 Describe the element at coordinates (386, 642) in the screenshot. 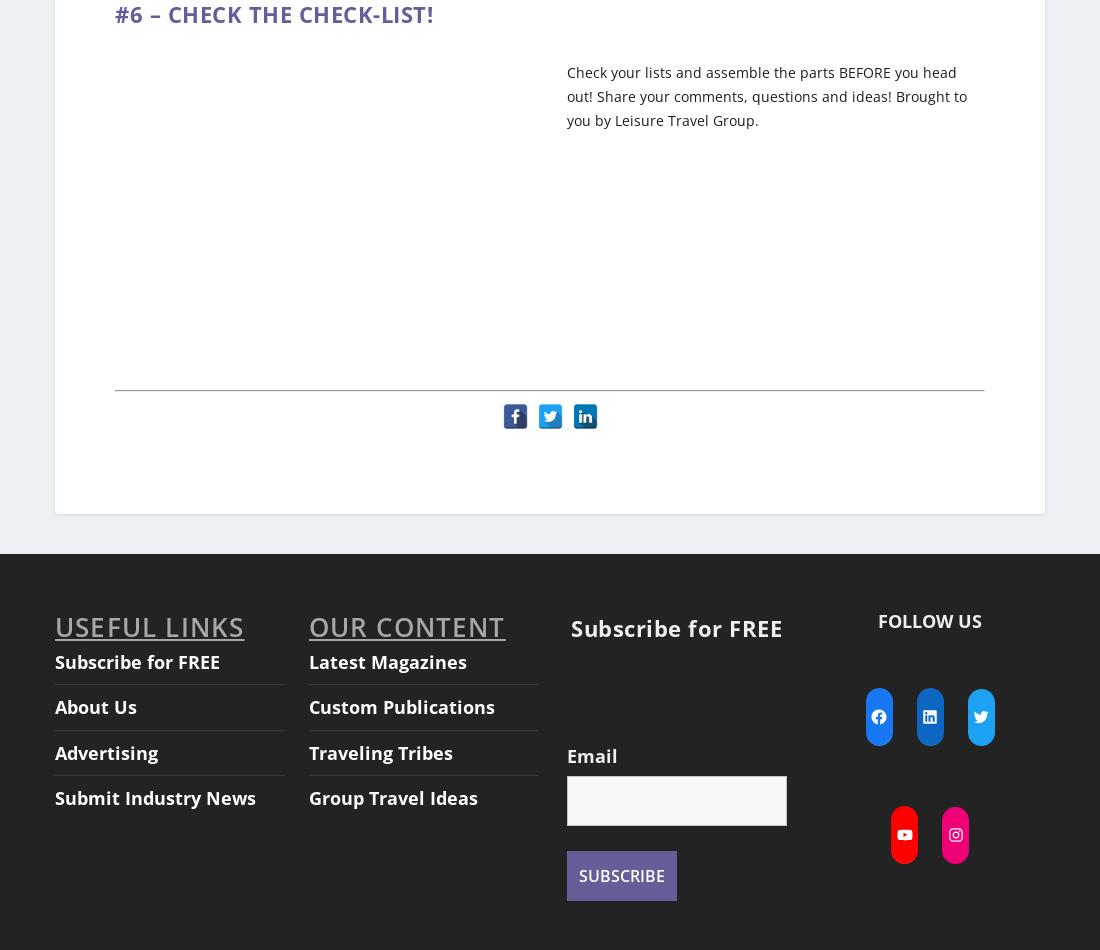

I see `'Latest Magazines'` at that location.